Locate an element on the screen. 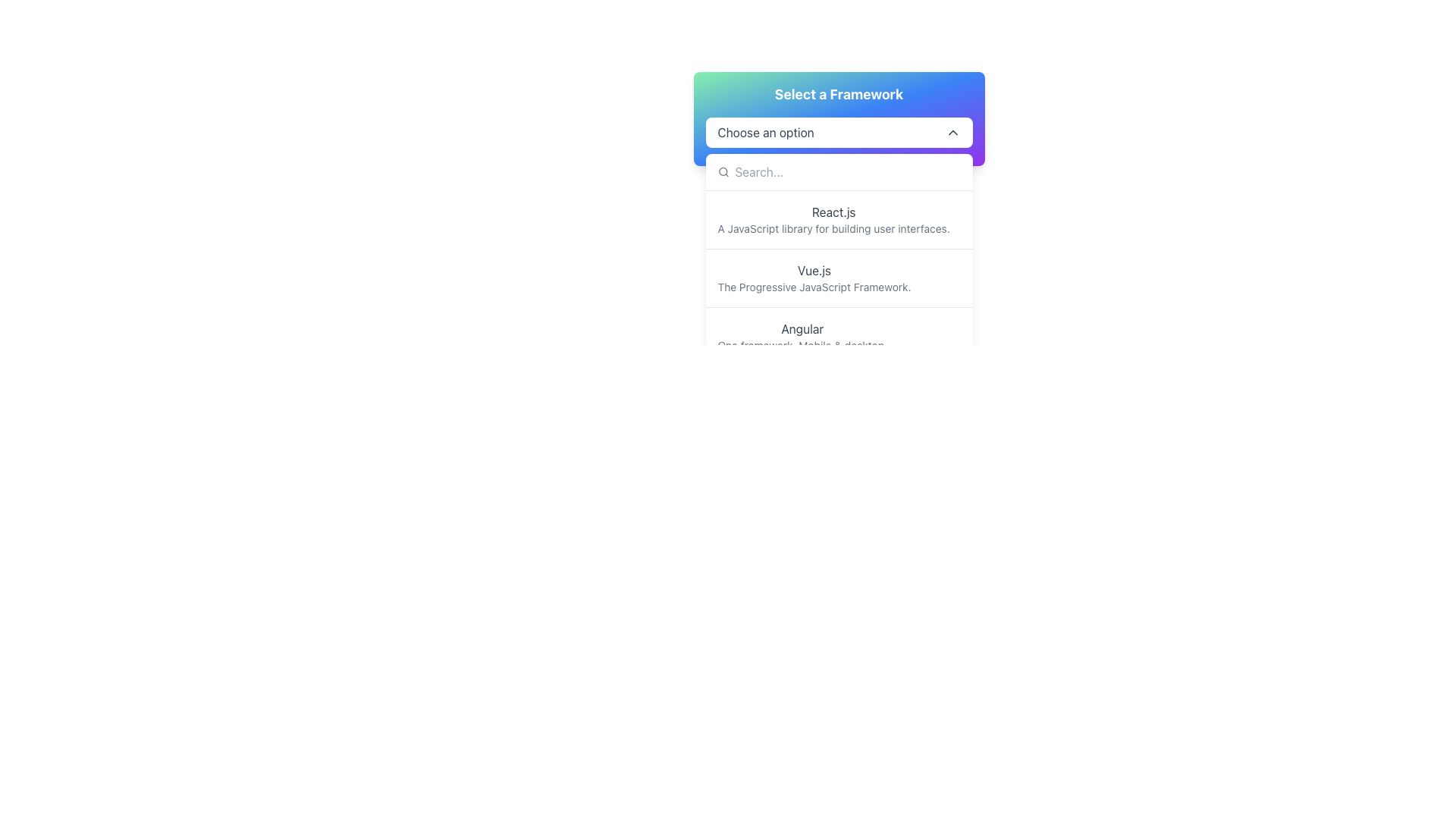 The image size is (1456, 819). the drop-down menu trigger labeled 'Choose an option' is located at coordinates (838, 131).